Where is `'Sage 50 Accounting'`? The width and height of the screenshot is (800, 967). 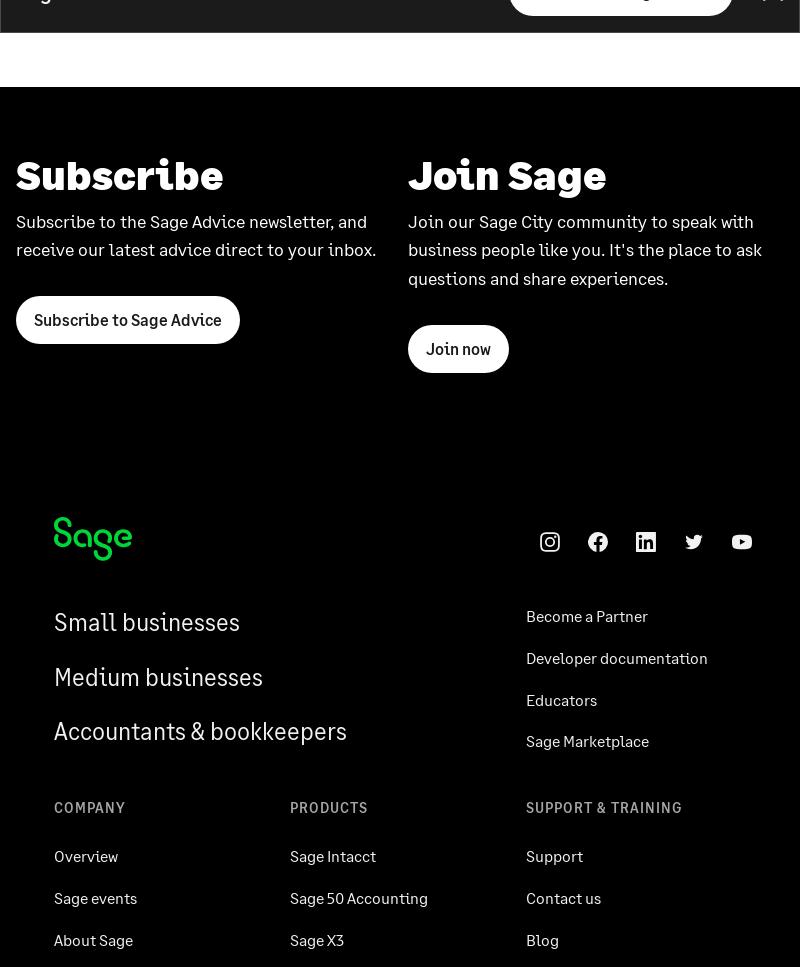 'Sage 50 Accounting' is located at coordinates (289, 896).